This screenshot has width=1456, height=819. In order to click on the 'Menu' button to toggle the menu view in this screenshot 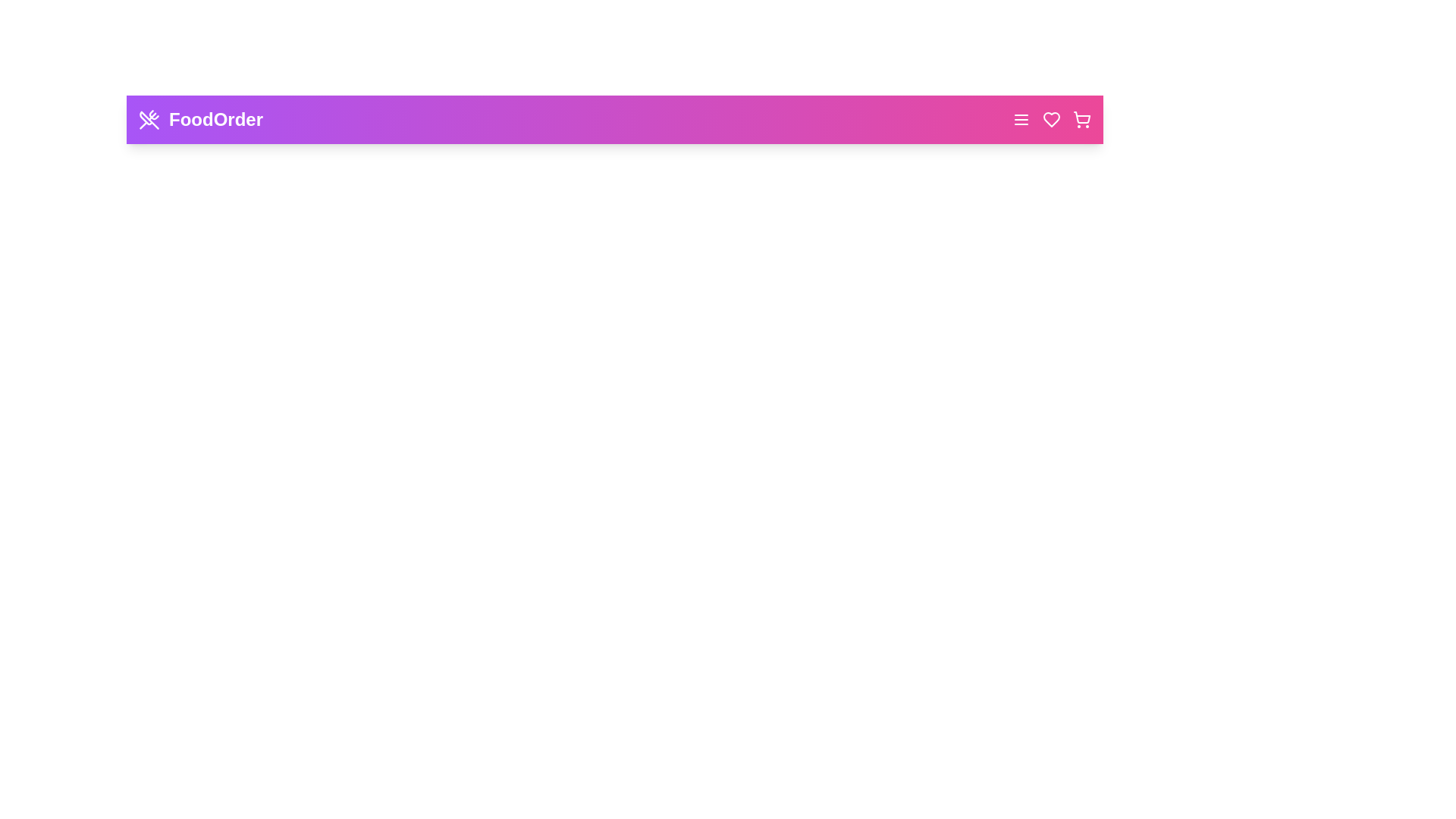, I will do `click(1021, 119)`.